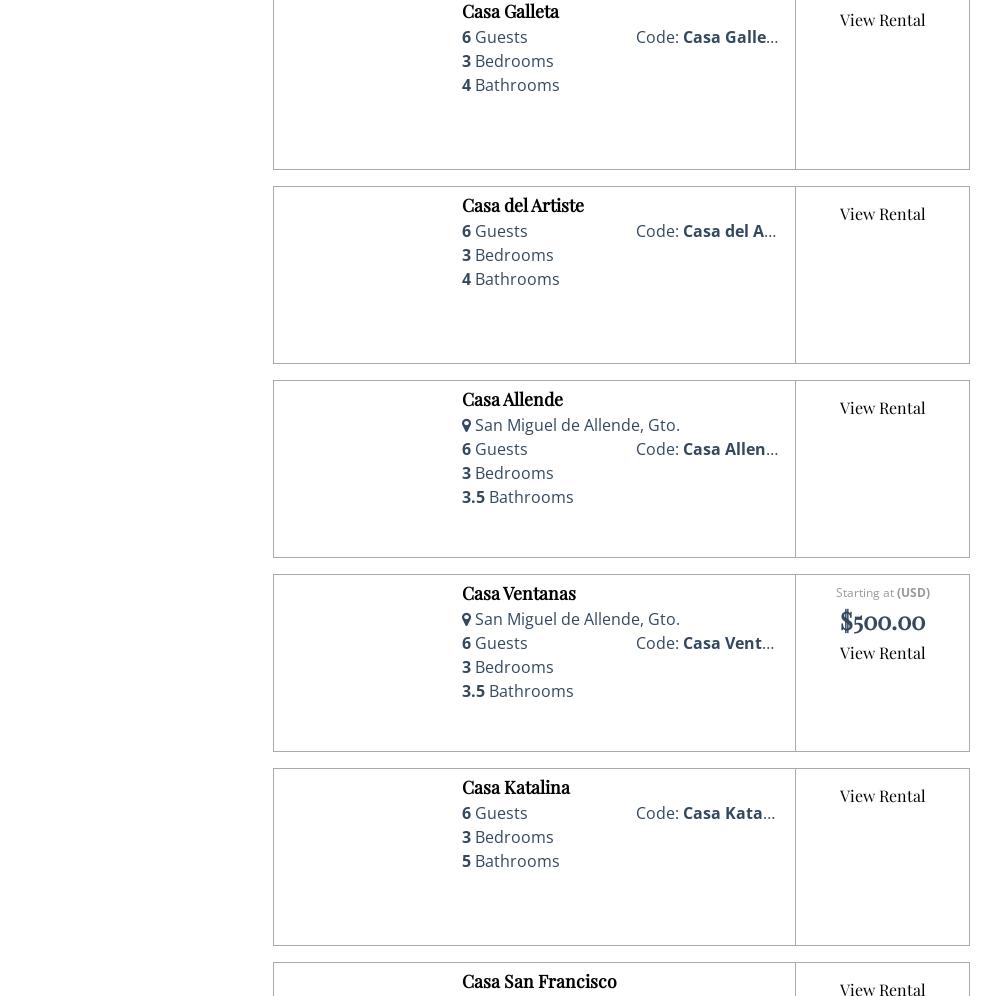  I want to click on 'Casa San Francisco', so click(461, 979).